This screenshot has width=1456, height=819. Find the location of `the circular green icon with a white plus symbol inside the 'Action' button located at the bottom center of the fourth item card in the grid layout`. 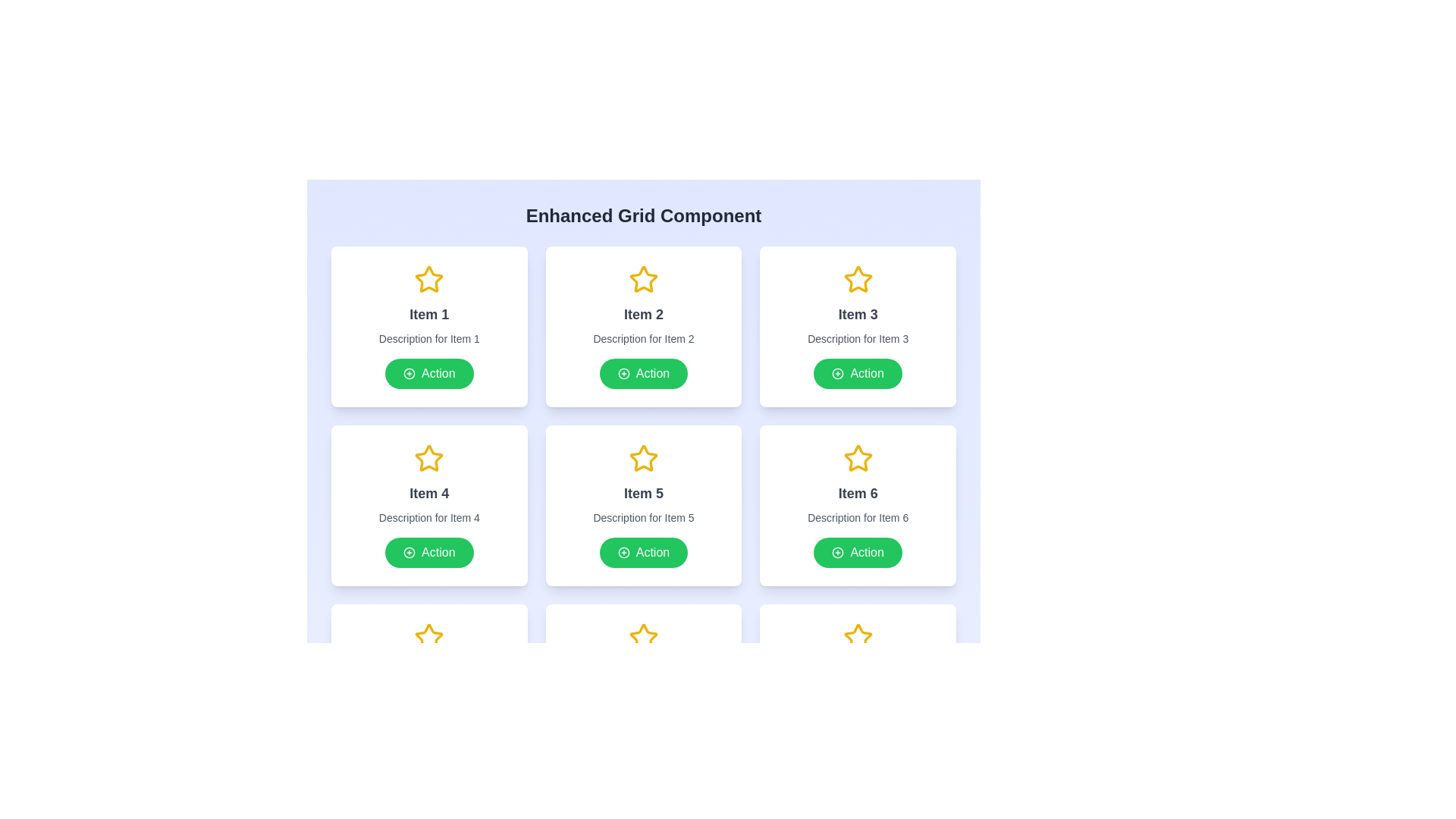

the circular green icon with a white plus symbol inside the 'Action' button located at the bottom center of the fourth item card in the grid layout is located at coordinates (409, 553).